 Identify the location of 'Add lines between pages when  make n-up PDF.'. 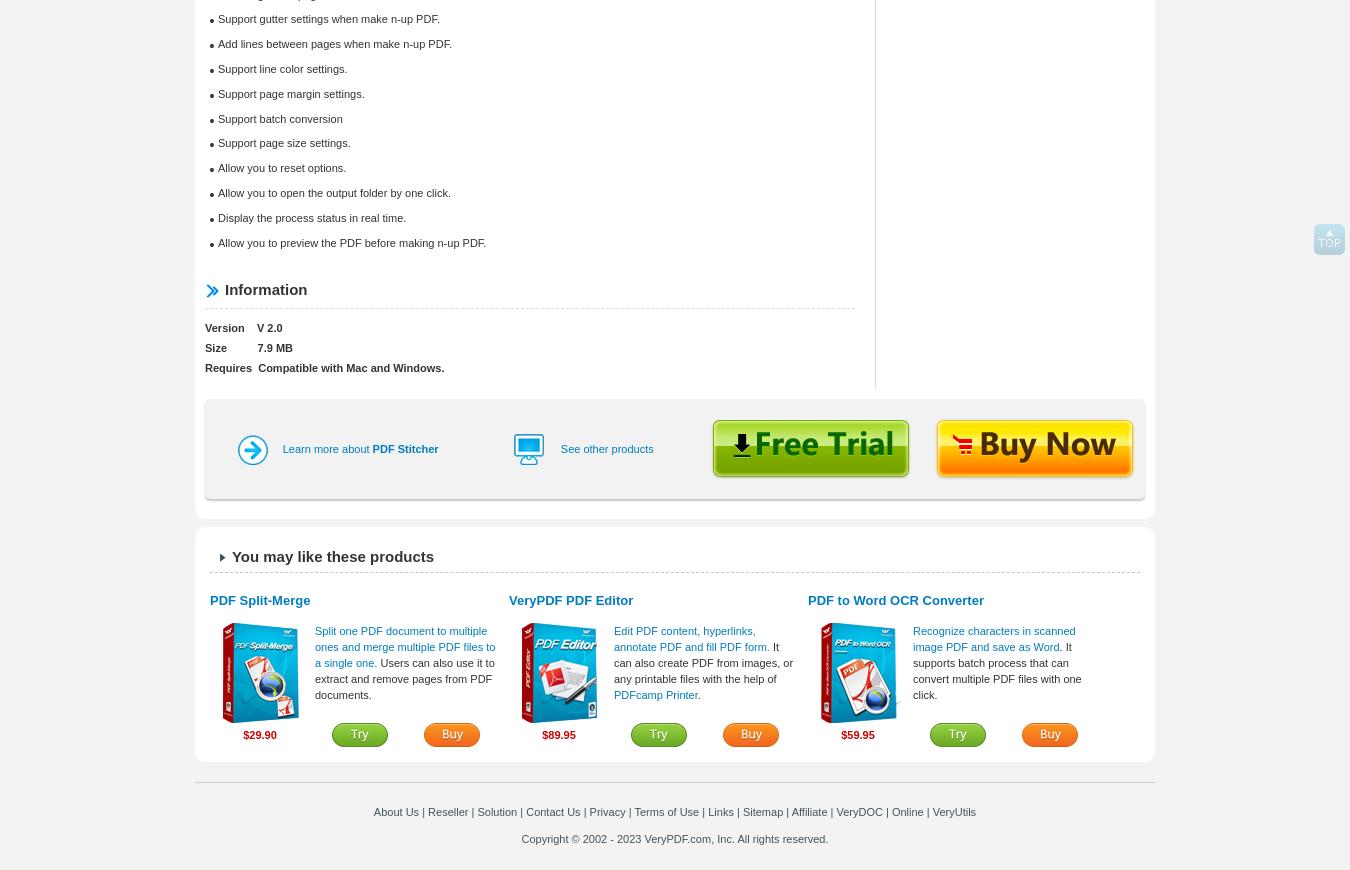
(333, 43).